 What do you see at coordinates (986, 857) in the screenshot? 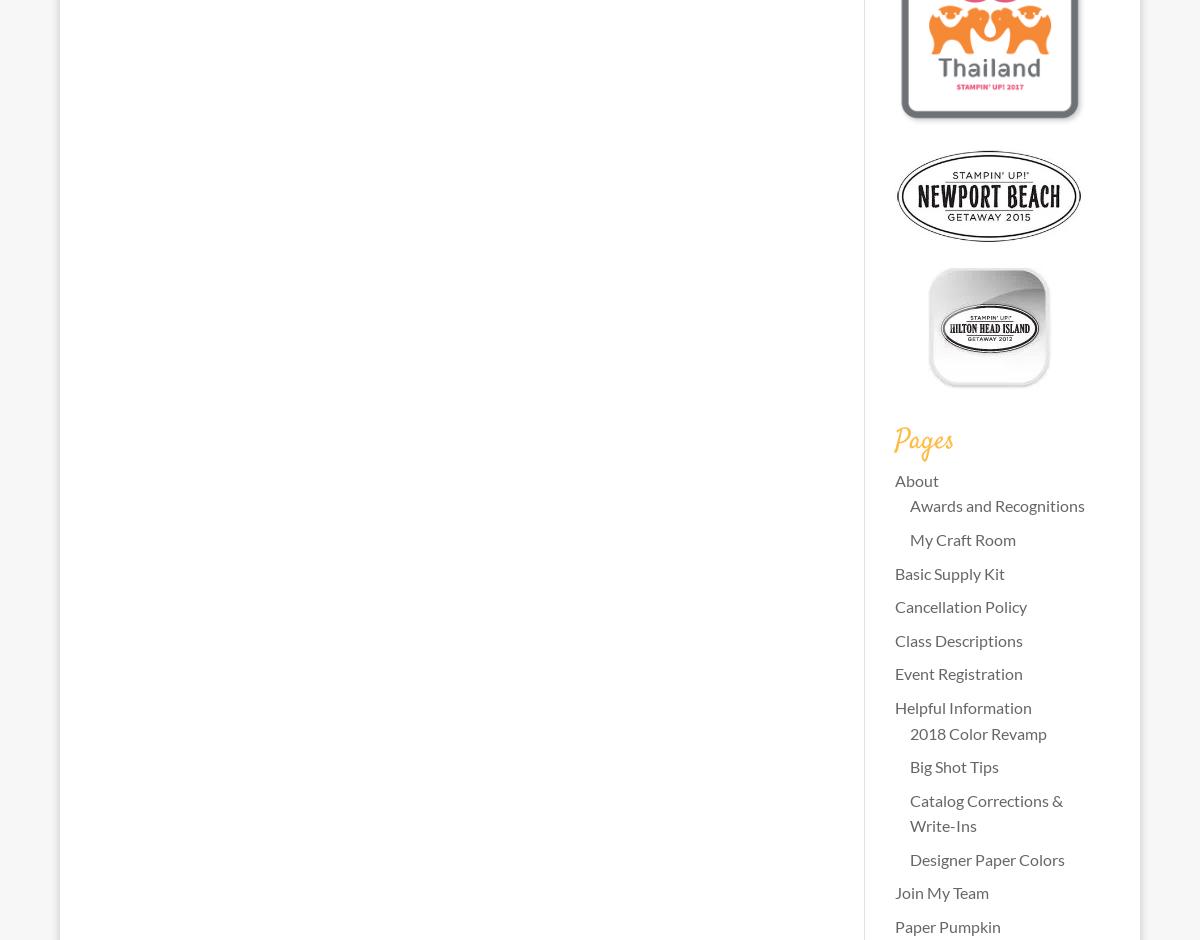
I see `'Designer Paper Colors'` at bounding box center [986, 857].